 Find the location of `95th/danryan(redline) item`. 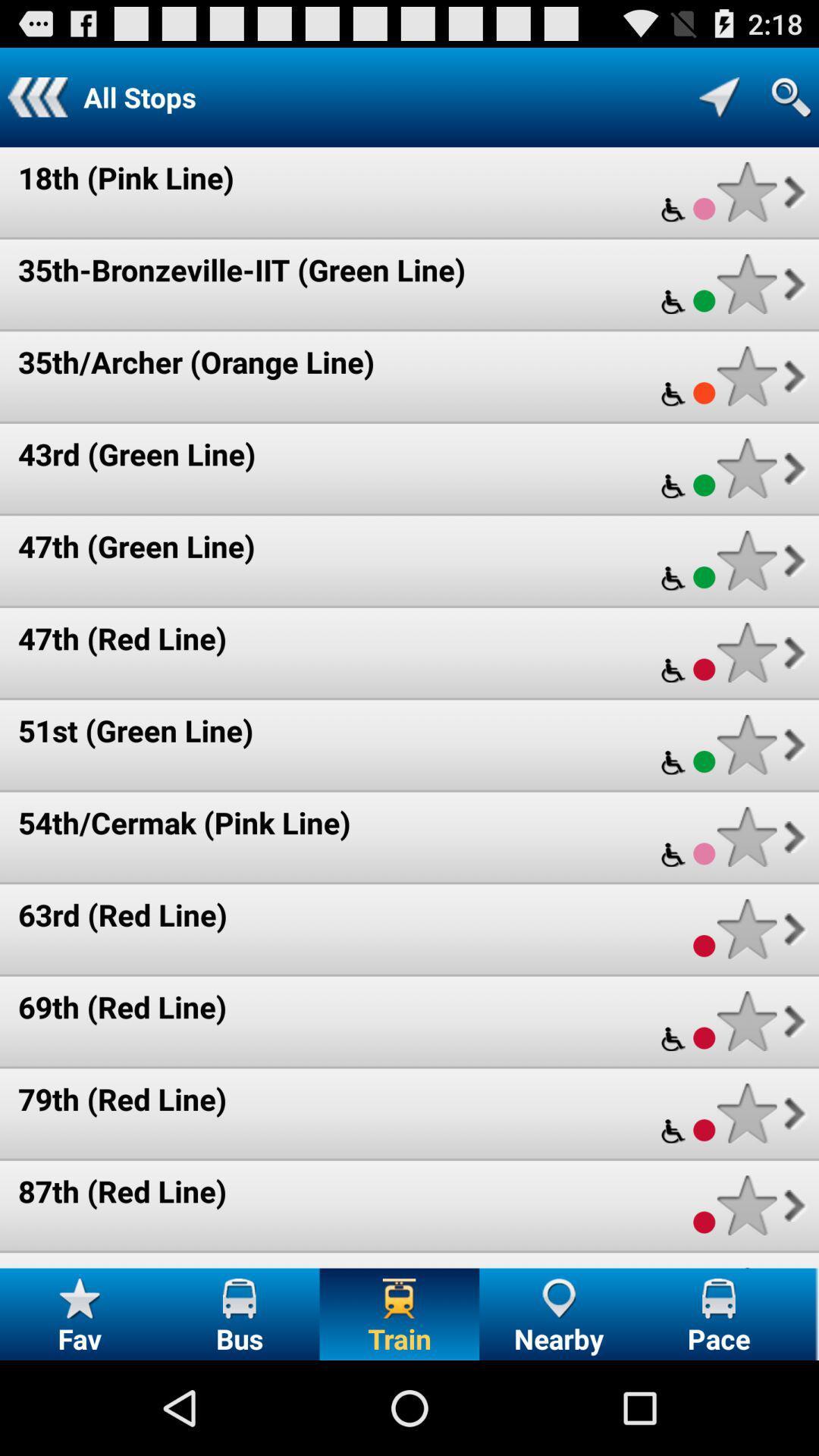

95th/danryan(redline) item is located at coordinates (180, 1266).